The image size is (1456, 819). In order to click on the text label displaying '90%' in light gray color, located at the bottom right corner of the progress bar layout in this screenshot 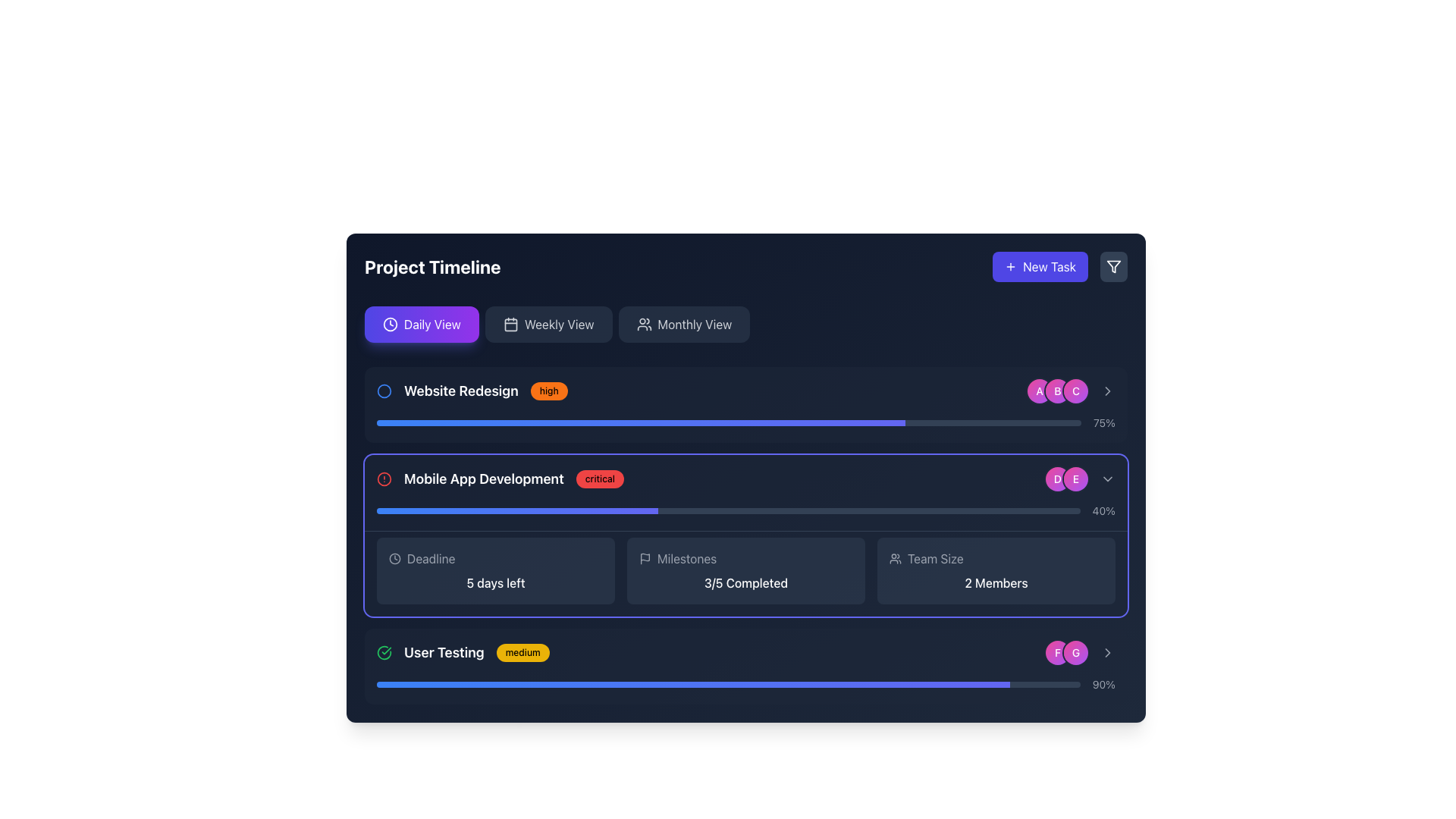, I will do `click(1103, 684)`.